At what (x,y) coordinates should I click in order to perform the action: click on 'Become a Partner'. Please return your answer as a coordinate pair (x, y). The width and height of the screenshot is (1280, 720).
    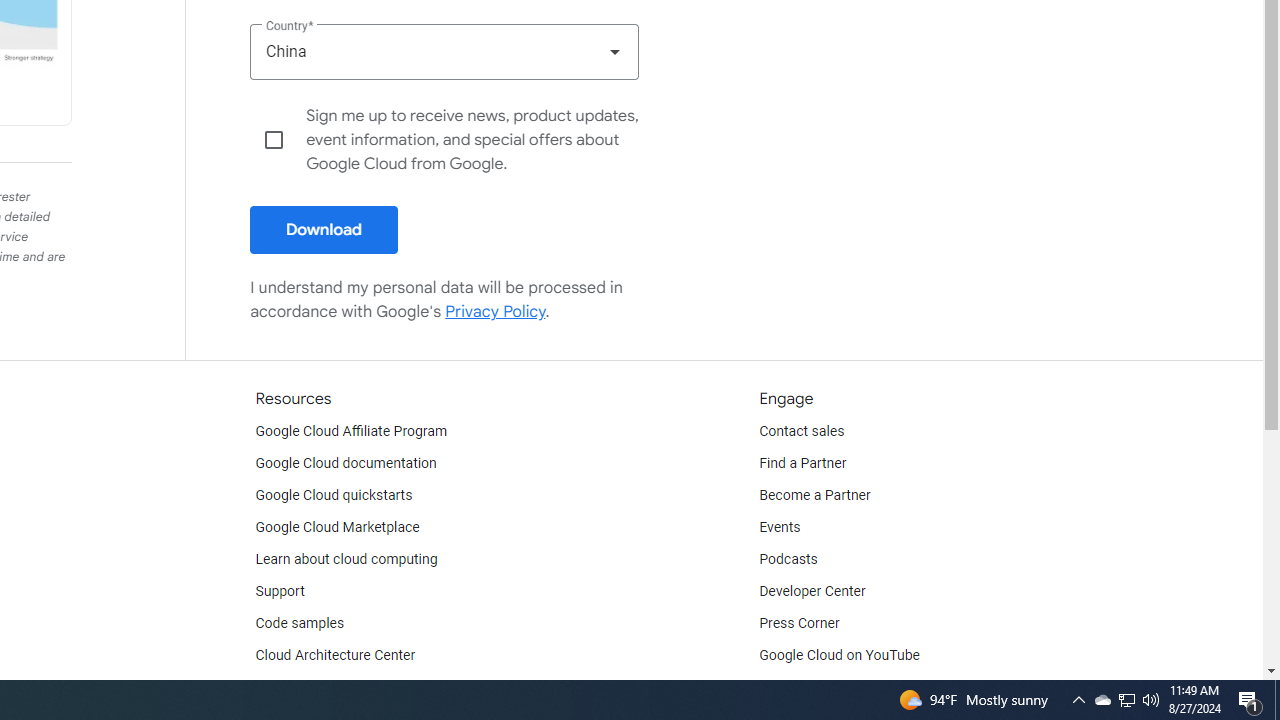
    Looking at the image, I should click on (814, 495).